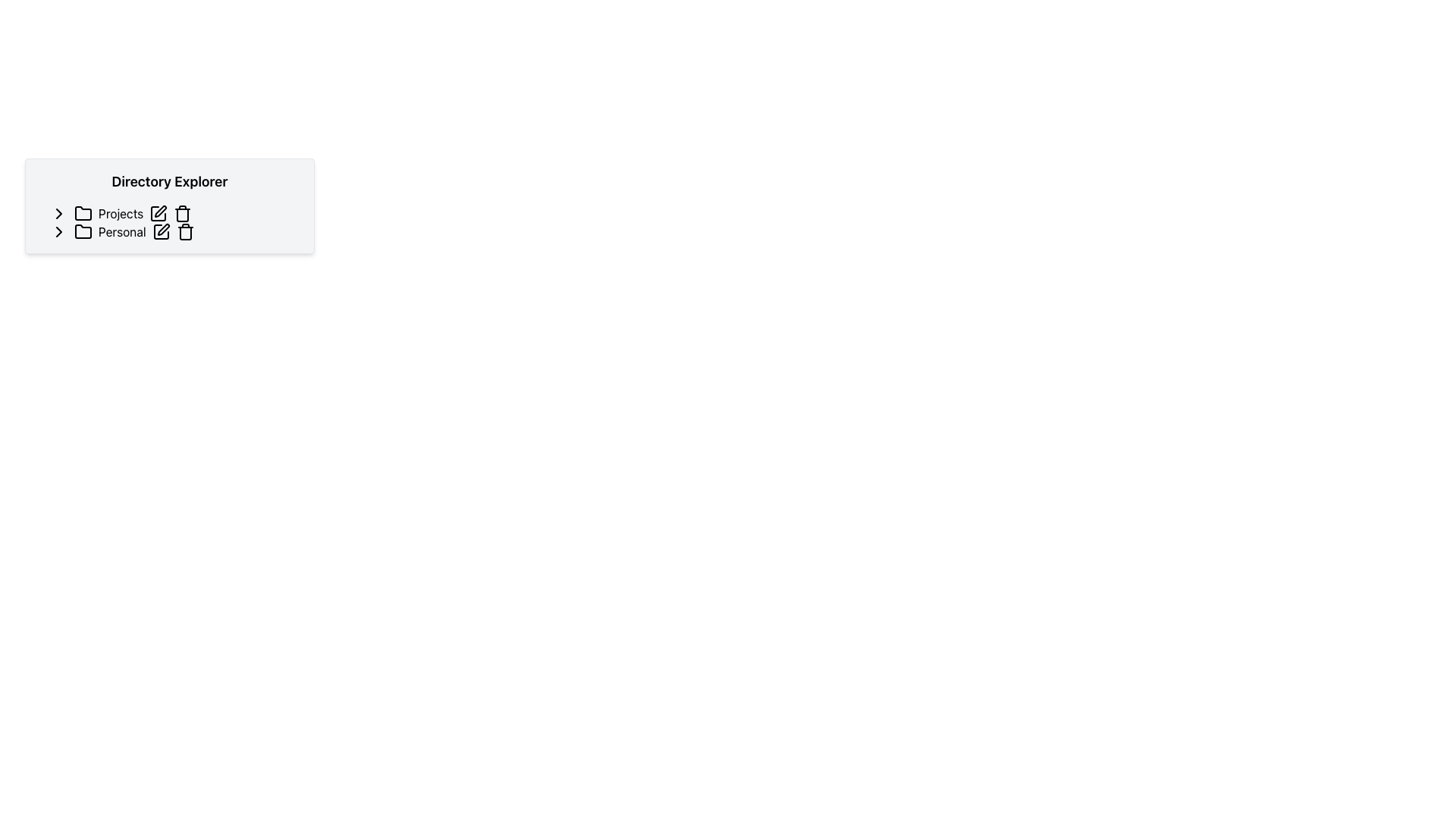 This screenshot has width=1456, height=819. I want to click on on the 'Personal' folder icon in the Directory Explorer, so click(83, 231).